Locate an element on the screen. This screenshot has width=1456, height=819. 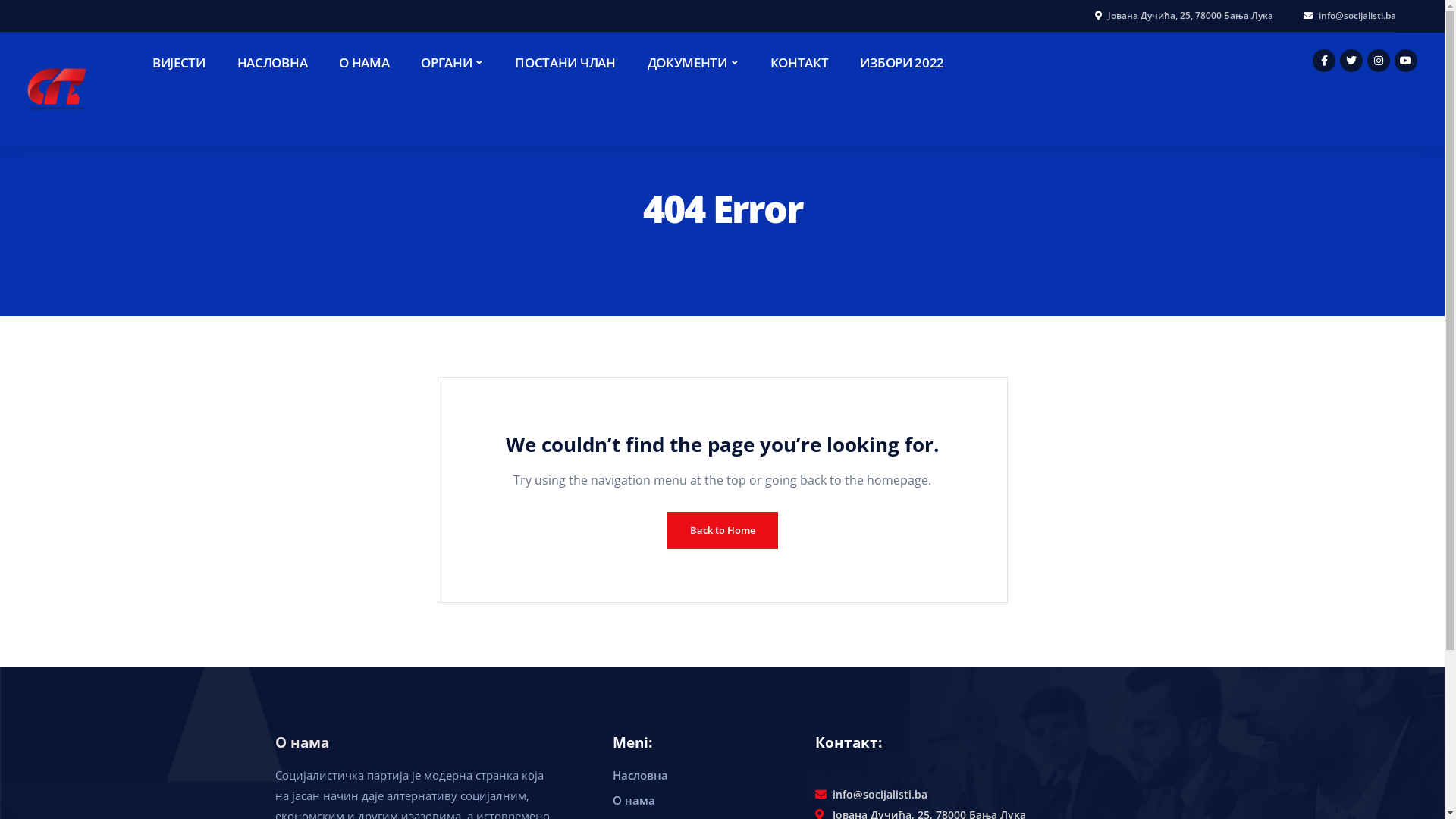
'Youtube' is located at coordinates (1404, 60).